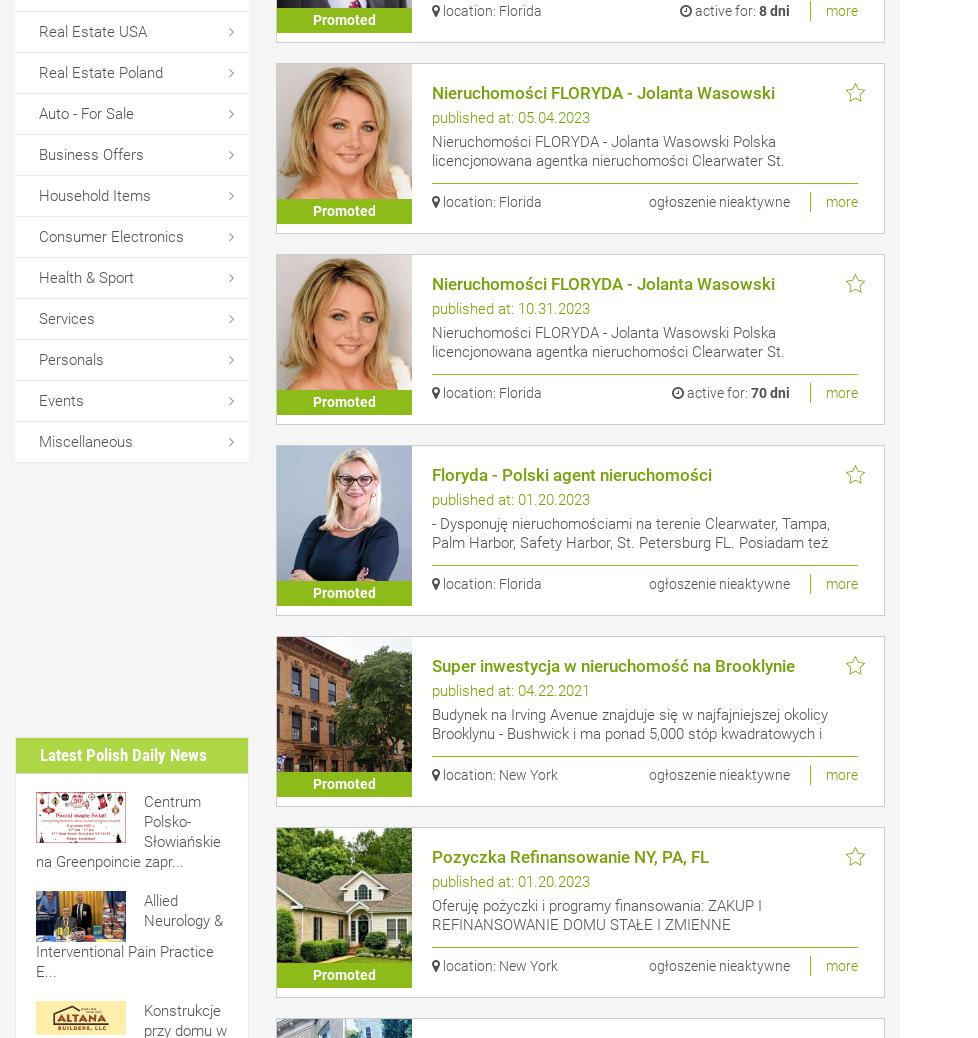  What do you see at coordinates (772, 10) in the screenshot?
I see `'8                  dni'` at bounding box center [772, 10].